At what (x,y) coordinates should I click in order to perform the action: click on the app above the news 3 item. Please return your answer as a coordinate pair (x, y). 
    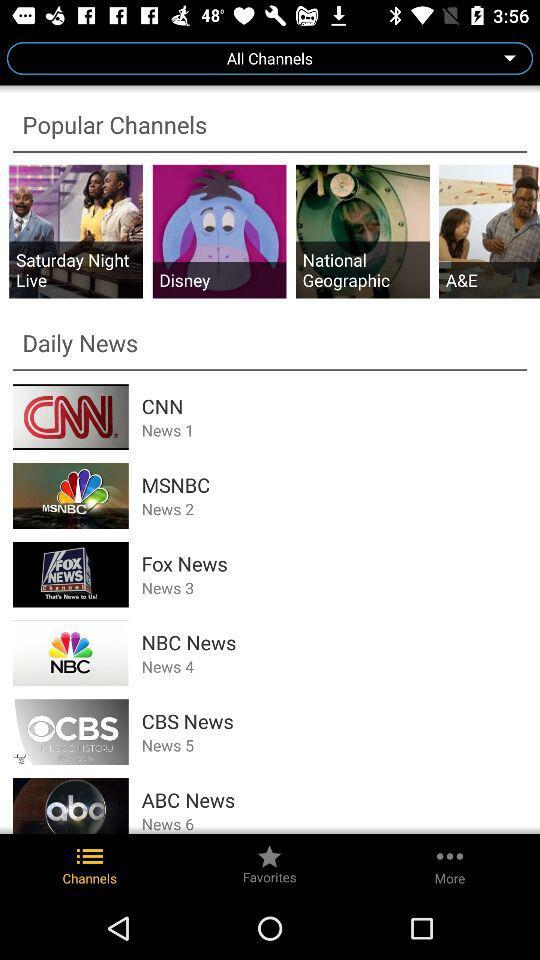
    Looking at the image, I should click on (334, 563).